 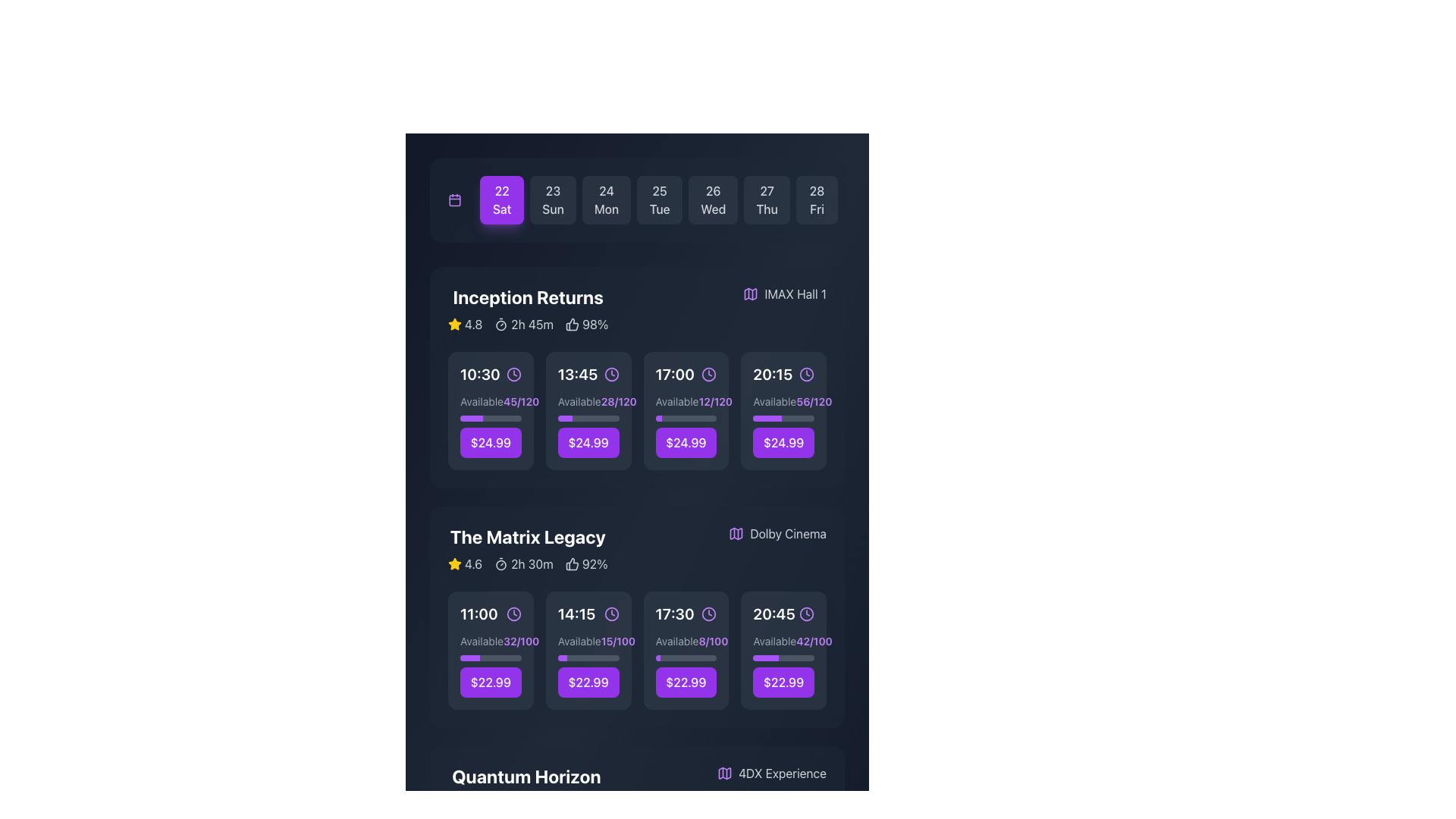 What do you see at coordinates (774, 614) in the screenshot?
I see `the text display showing the time value '20:45' in bold white font, located in the third section titled 'The Matrix Legacy' under the fourth column timing option` at bounding box center [774, 614].